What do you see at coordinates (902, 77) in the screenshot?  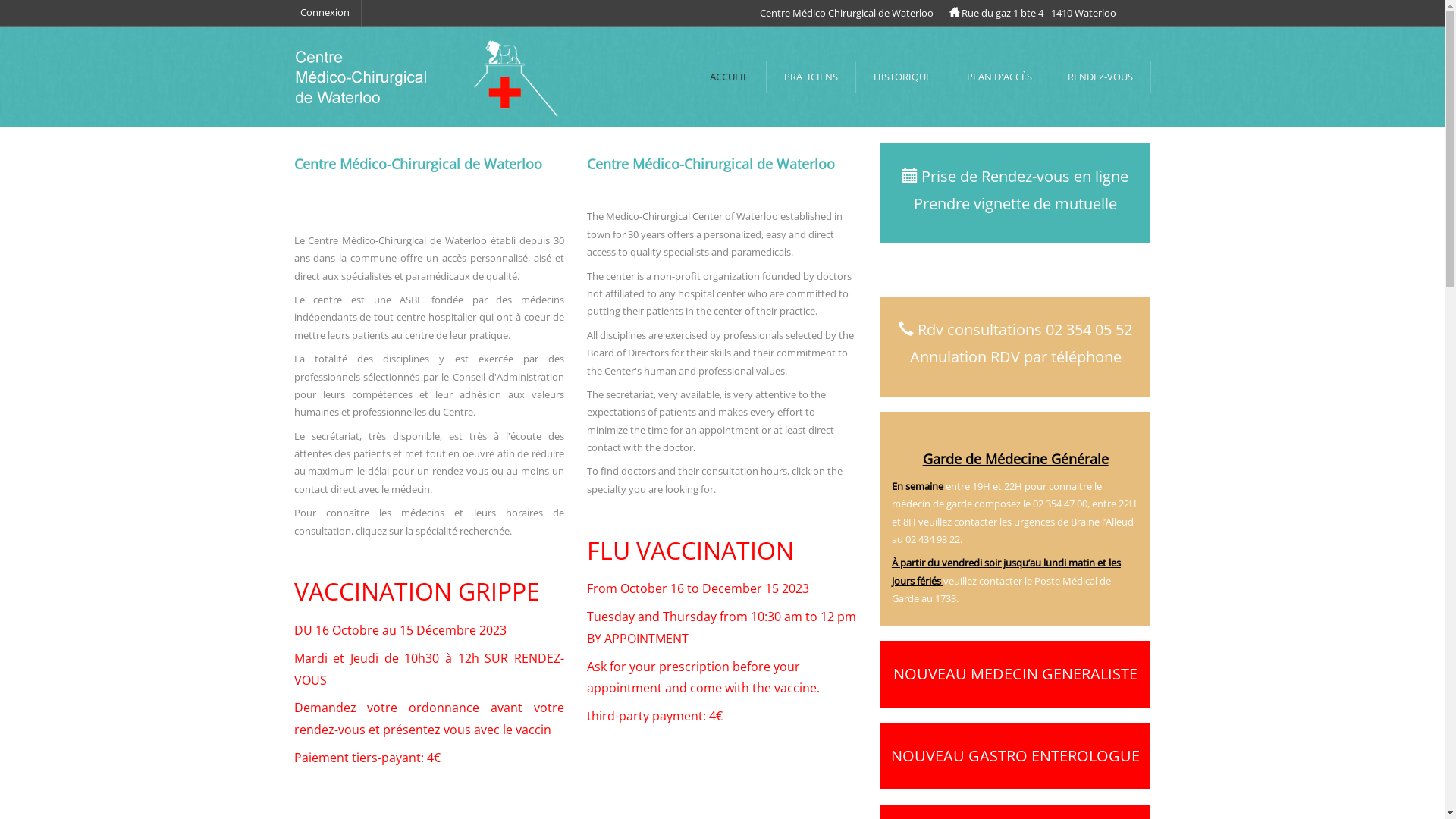 I see `'HISTORIQUE'` at bounding box center [902, 77].